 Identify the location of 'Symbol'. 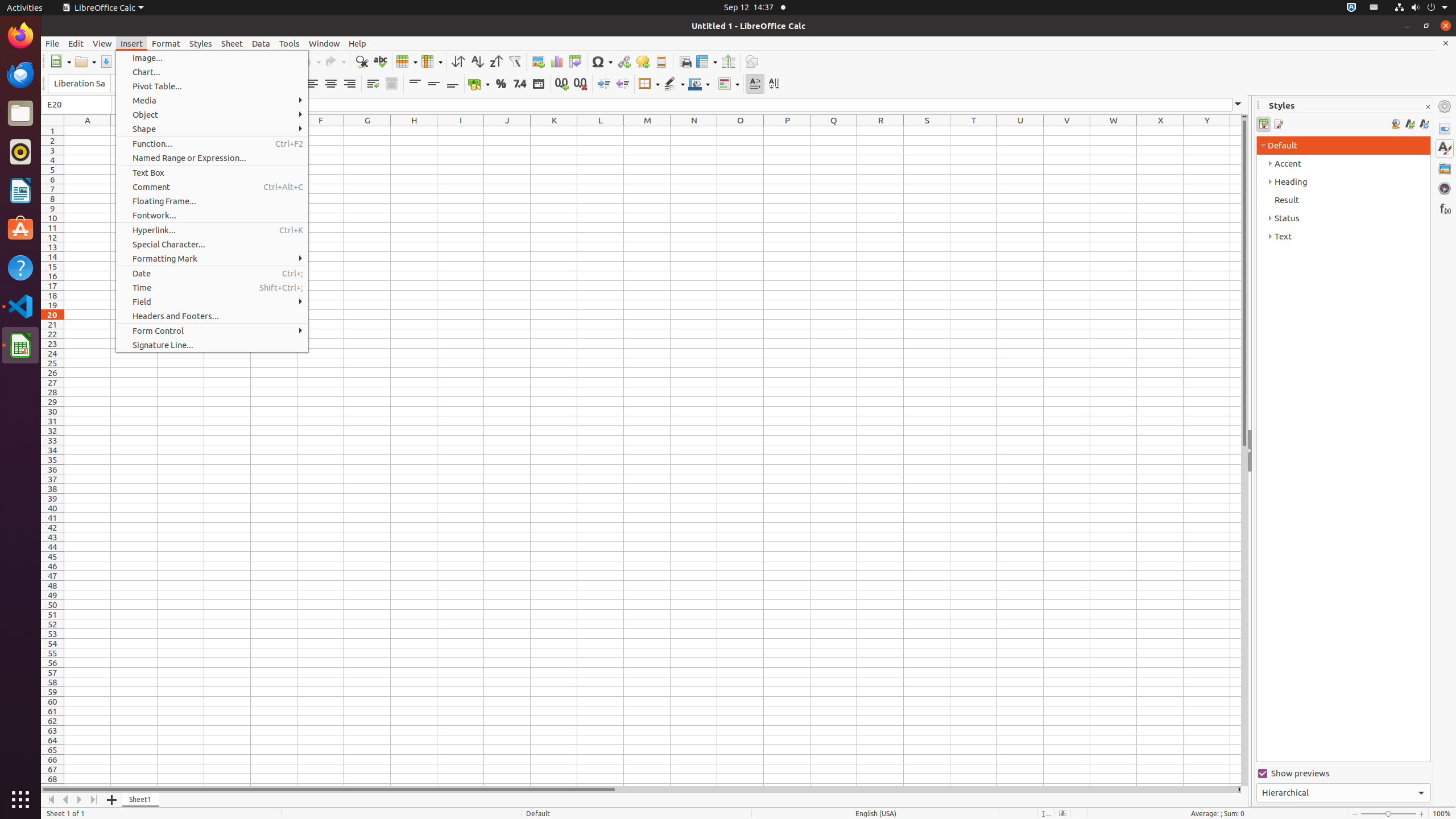
(601, 61).